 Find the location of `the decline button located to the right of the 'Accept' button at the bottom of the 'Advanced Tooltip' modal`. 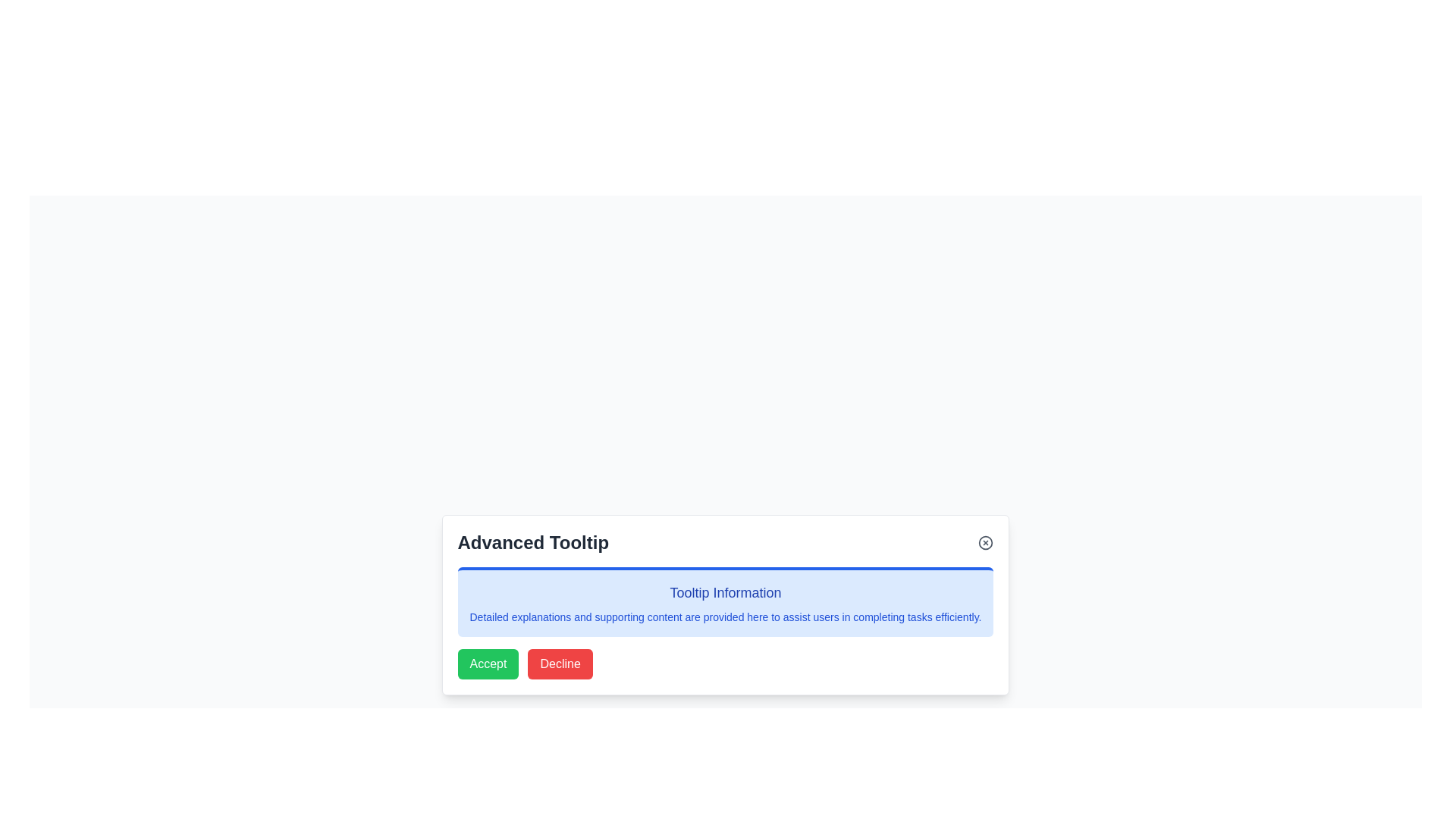

the decline button located to the right of the 'Accept' button at the bottom of the 'Advanced Tooltip' modal is located at coordinates (560, 663).